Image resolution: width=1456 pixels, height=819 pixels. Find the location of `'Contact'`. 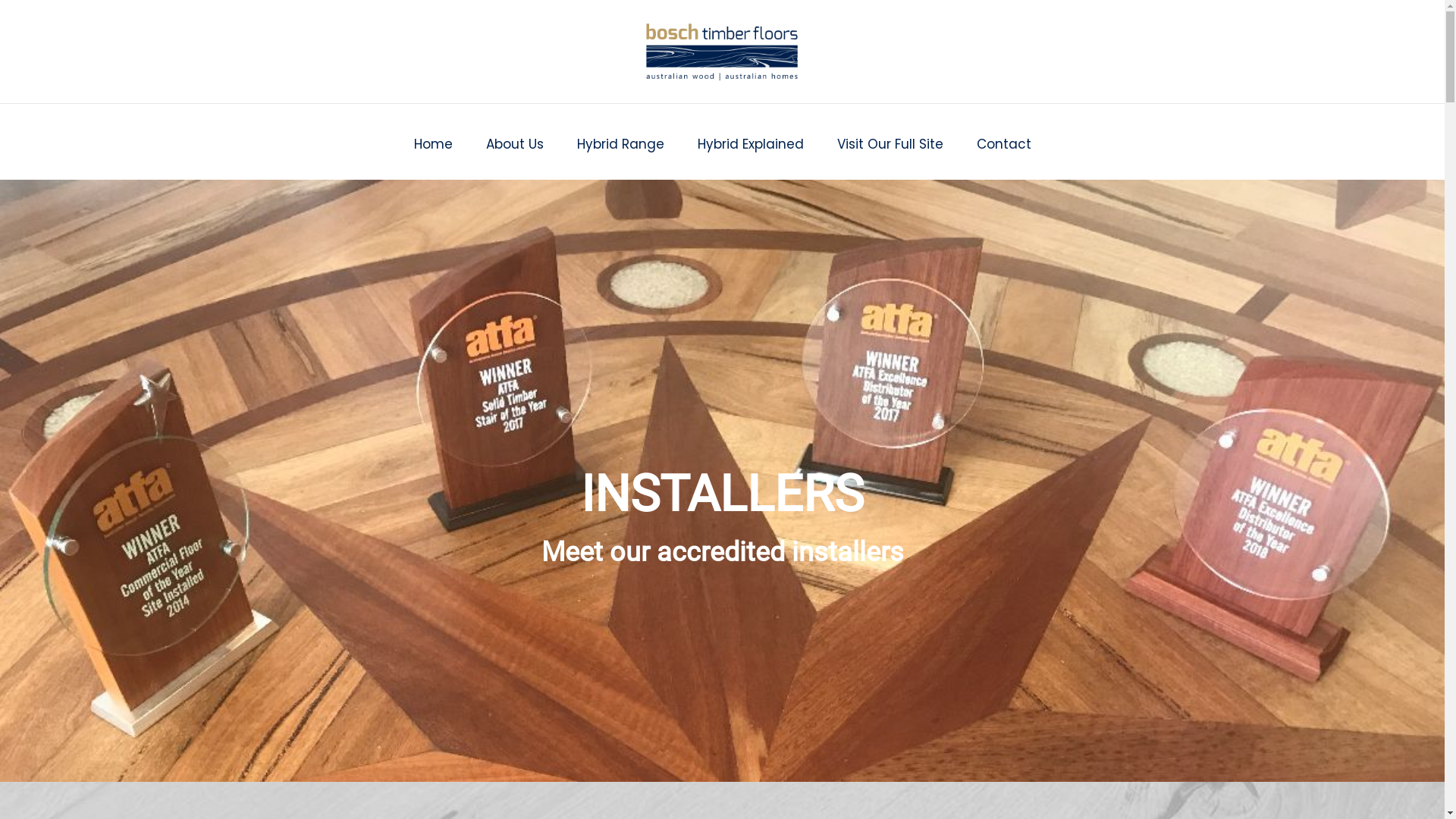

'Contact' is located at coordinates (1004, 140).